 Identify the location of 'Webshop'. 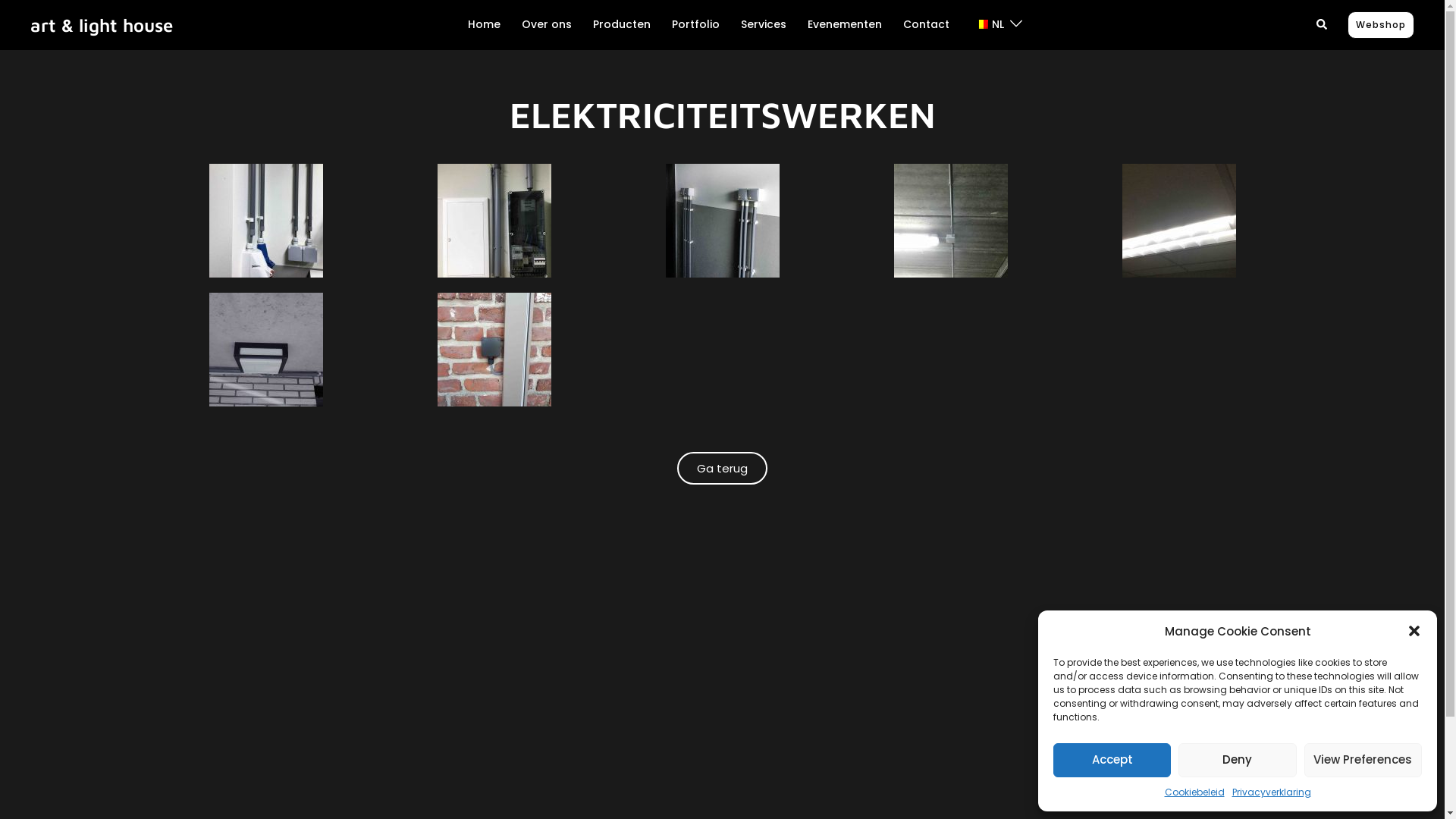
(1380, 25).